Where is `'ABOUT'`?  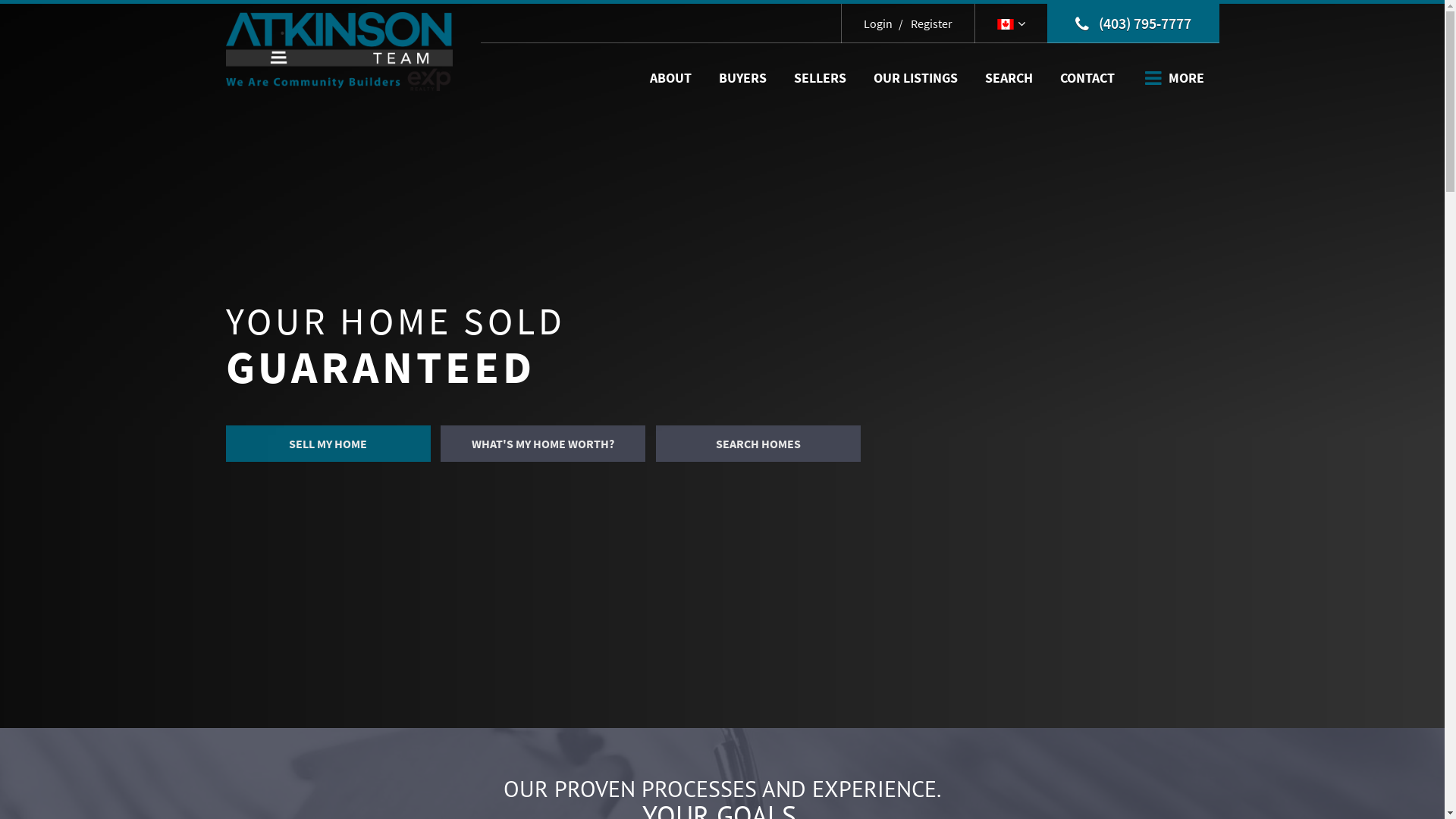 'ABOUT' is located at coordinates (669, 78).